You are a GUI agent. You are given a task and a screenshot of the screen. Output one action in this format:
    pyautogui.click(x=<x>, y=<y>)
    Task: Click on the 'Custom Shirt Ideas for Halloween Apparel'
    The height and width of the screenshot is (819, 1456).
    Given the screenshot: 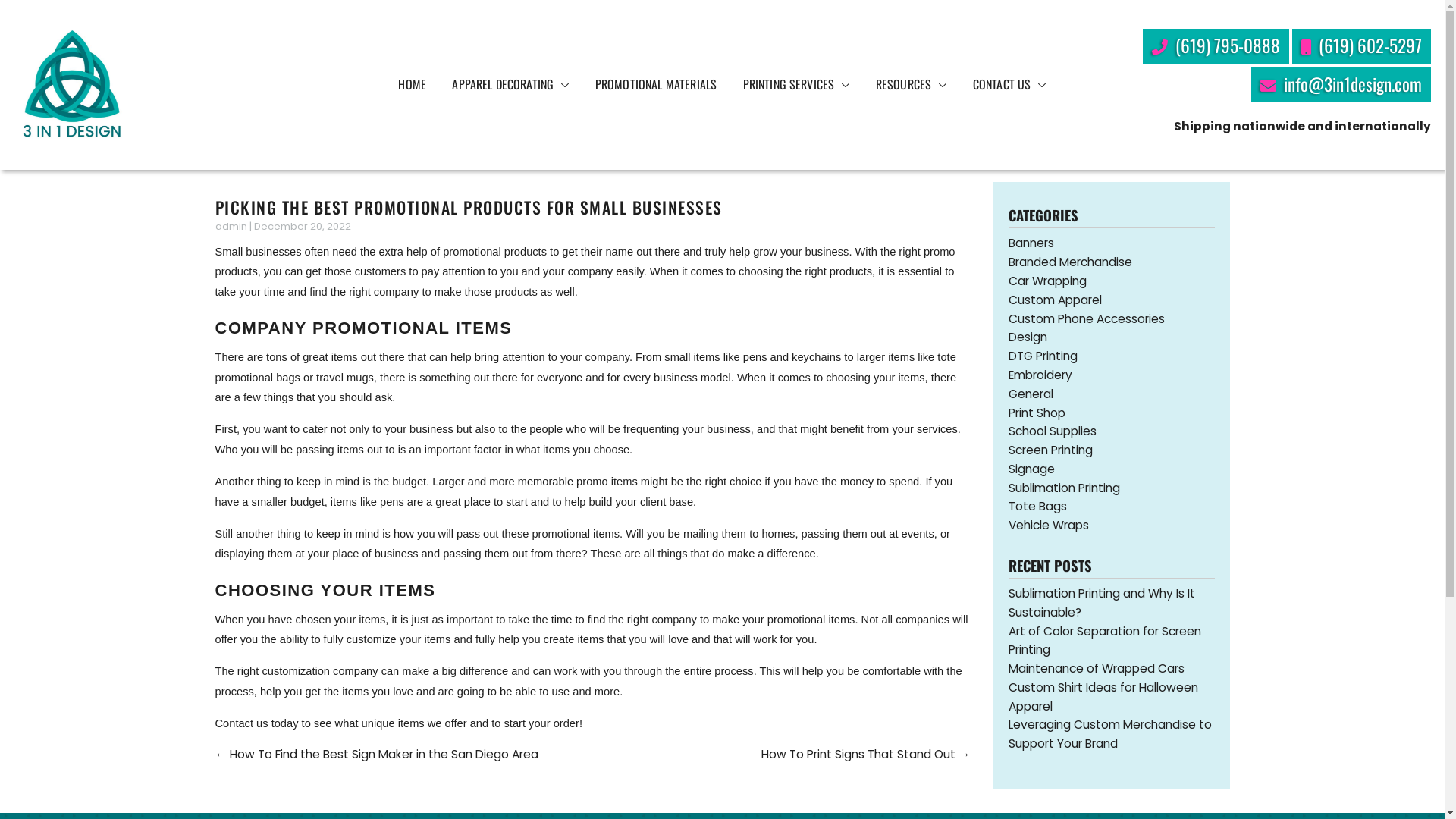 What is the action you would take?
    pyautogui.click(x=1103, y=696)
    